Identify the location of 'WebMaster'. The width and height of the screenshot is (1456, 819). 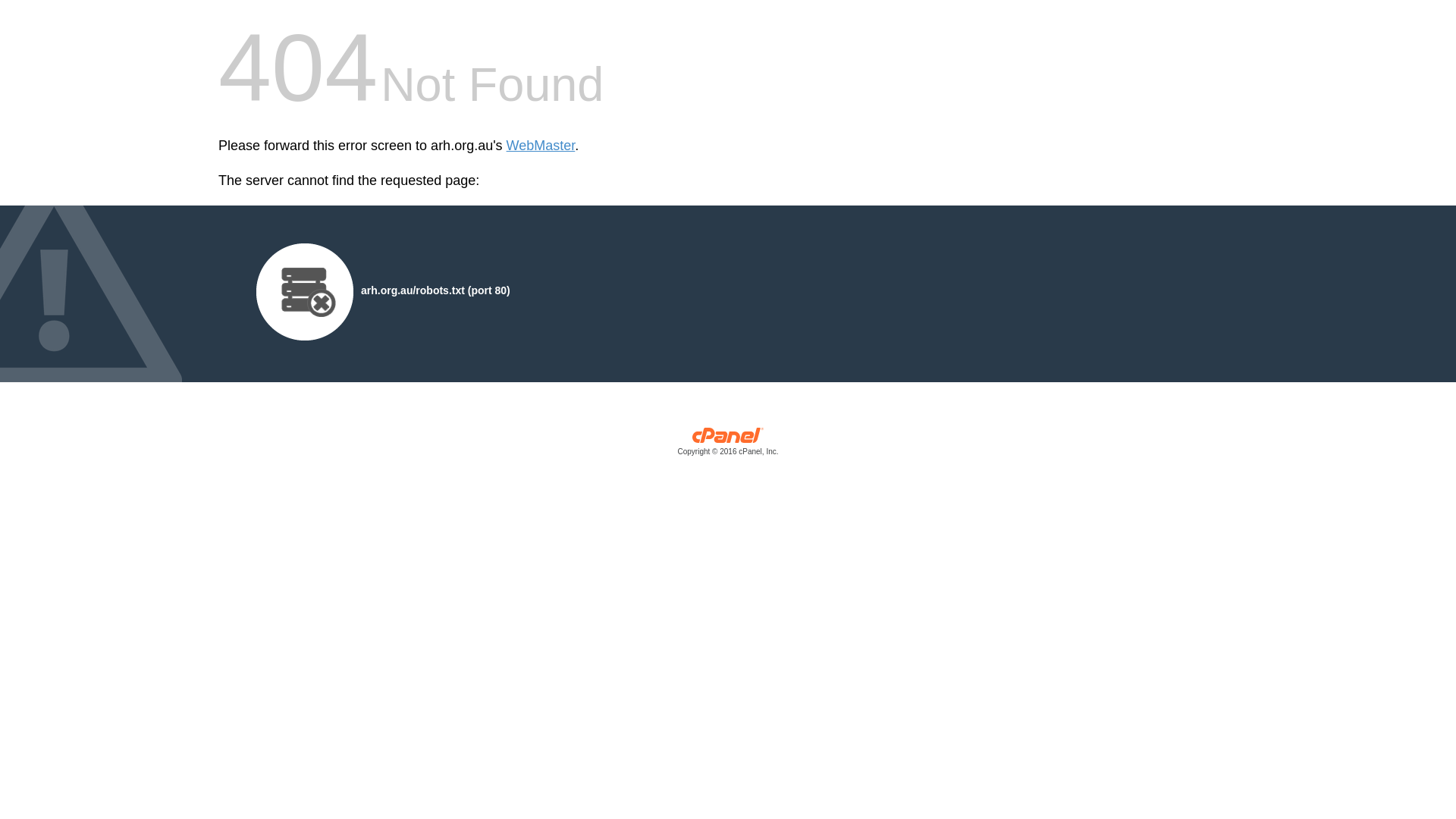
(541, 146).